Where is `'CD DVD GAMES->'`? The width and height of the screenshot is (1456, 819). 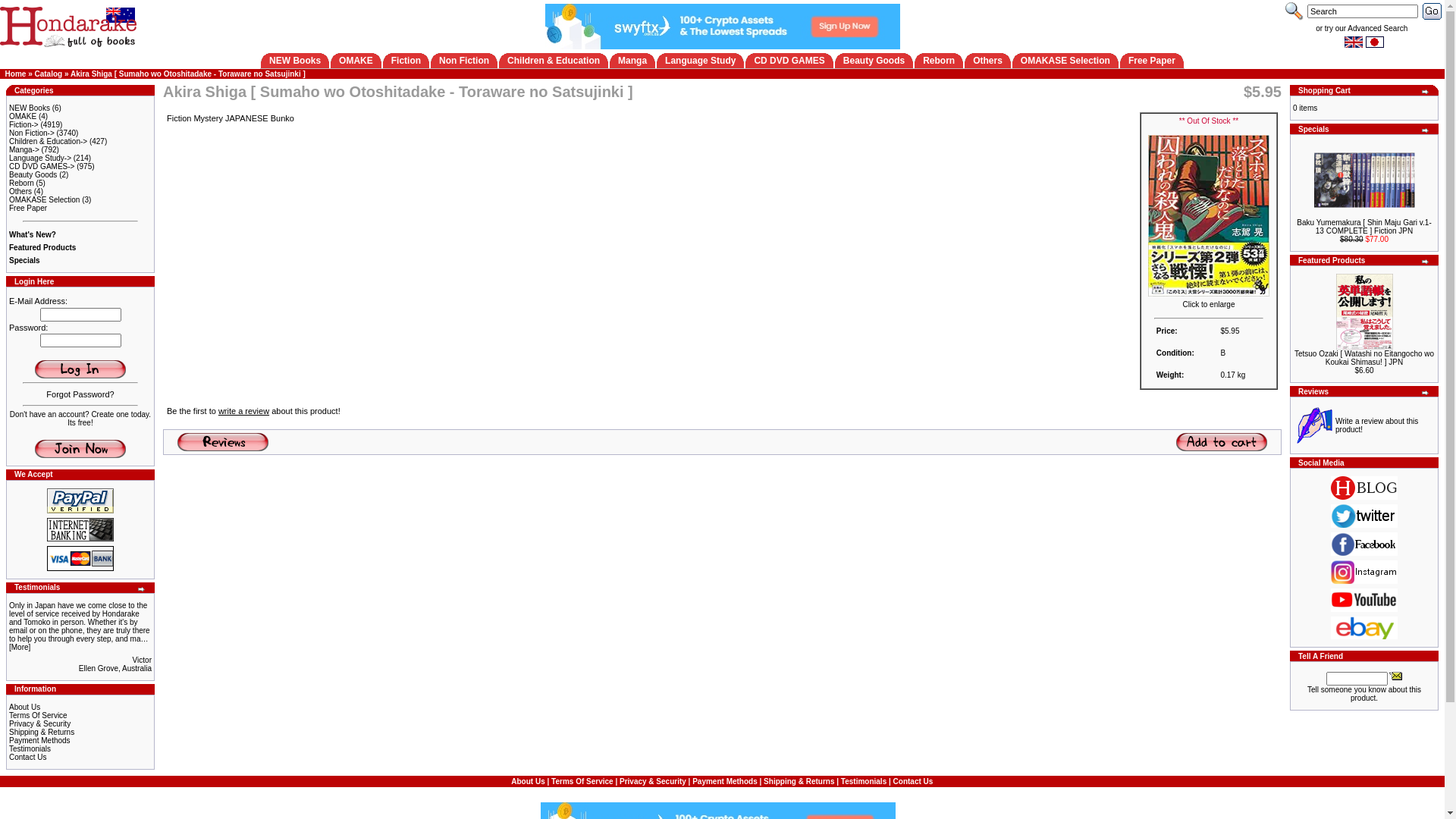 'CD DVD GAMES->' is located at coordinates (41, 166).